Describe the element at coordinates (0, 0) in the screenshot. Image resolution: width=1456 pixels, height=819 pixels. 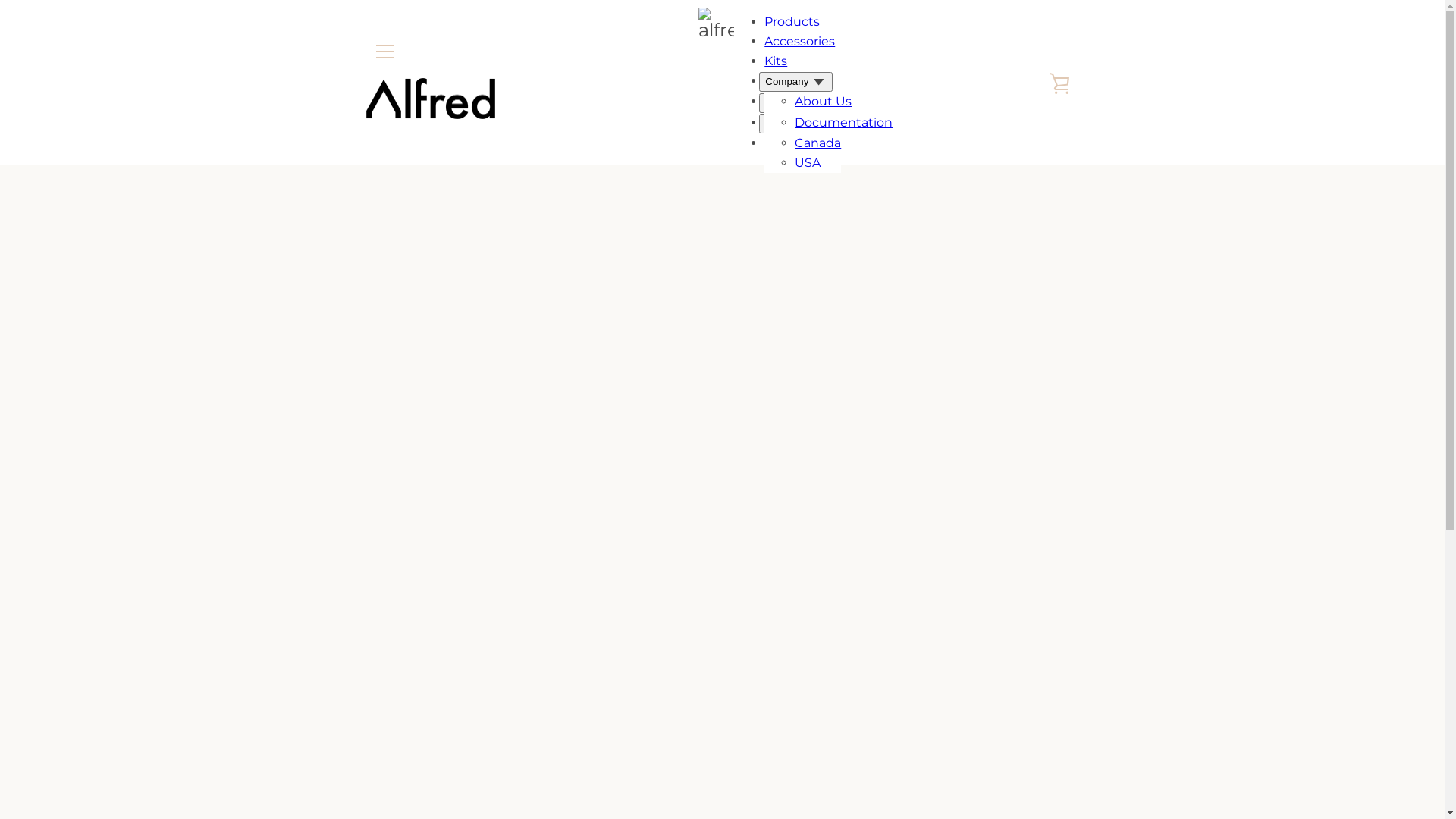
I see `'Skip to content'` at that location.